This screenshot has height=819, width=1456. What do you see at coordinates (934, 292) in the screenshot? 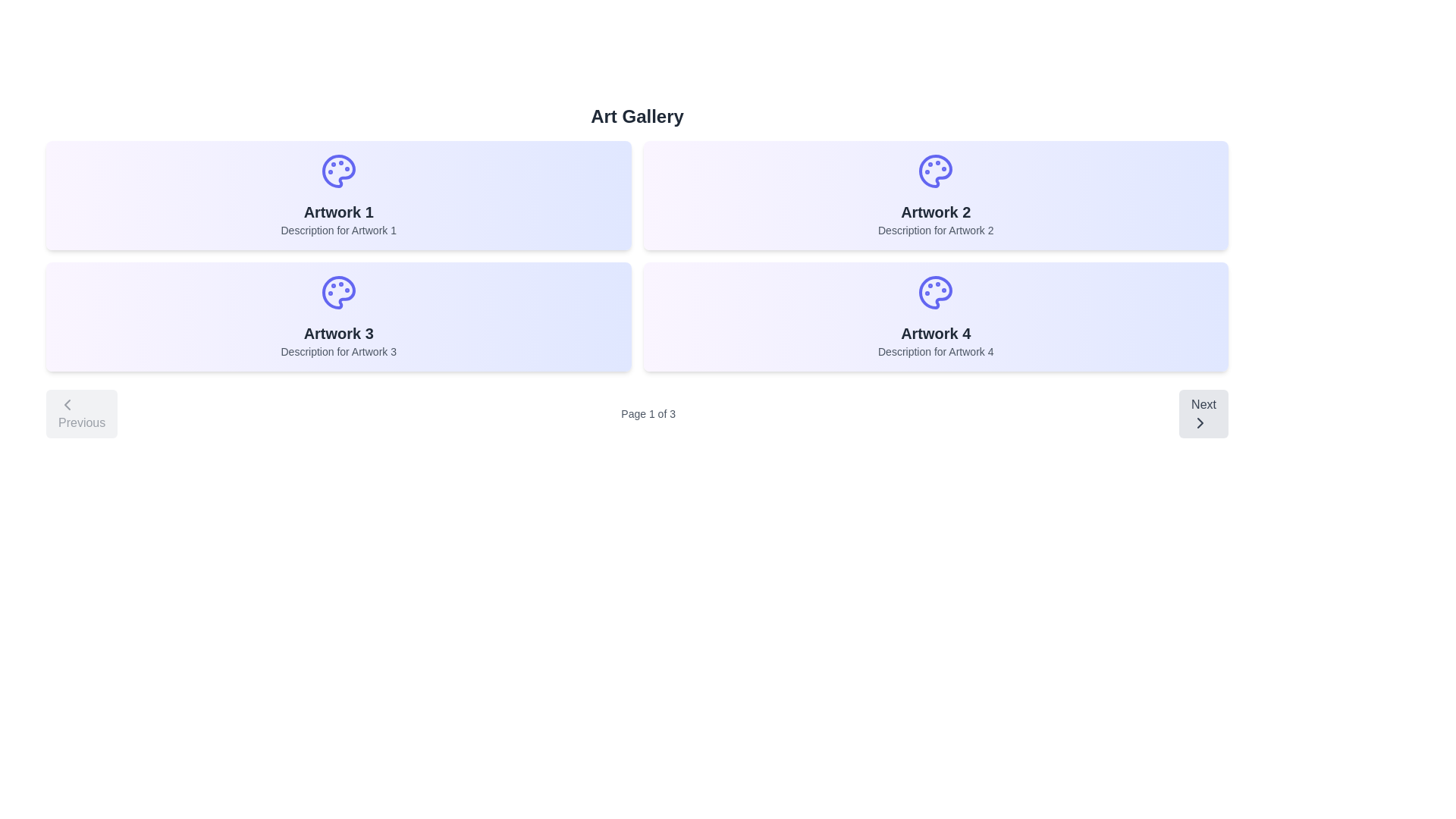
I see `the palette icon located in the bottom-right card of the 2x2 grid layout, which is above the text 'Artwork 4' and 'Description for Artwork 4', for interaction` at bounding box center [934, 292].